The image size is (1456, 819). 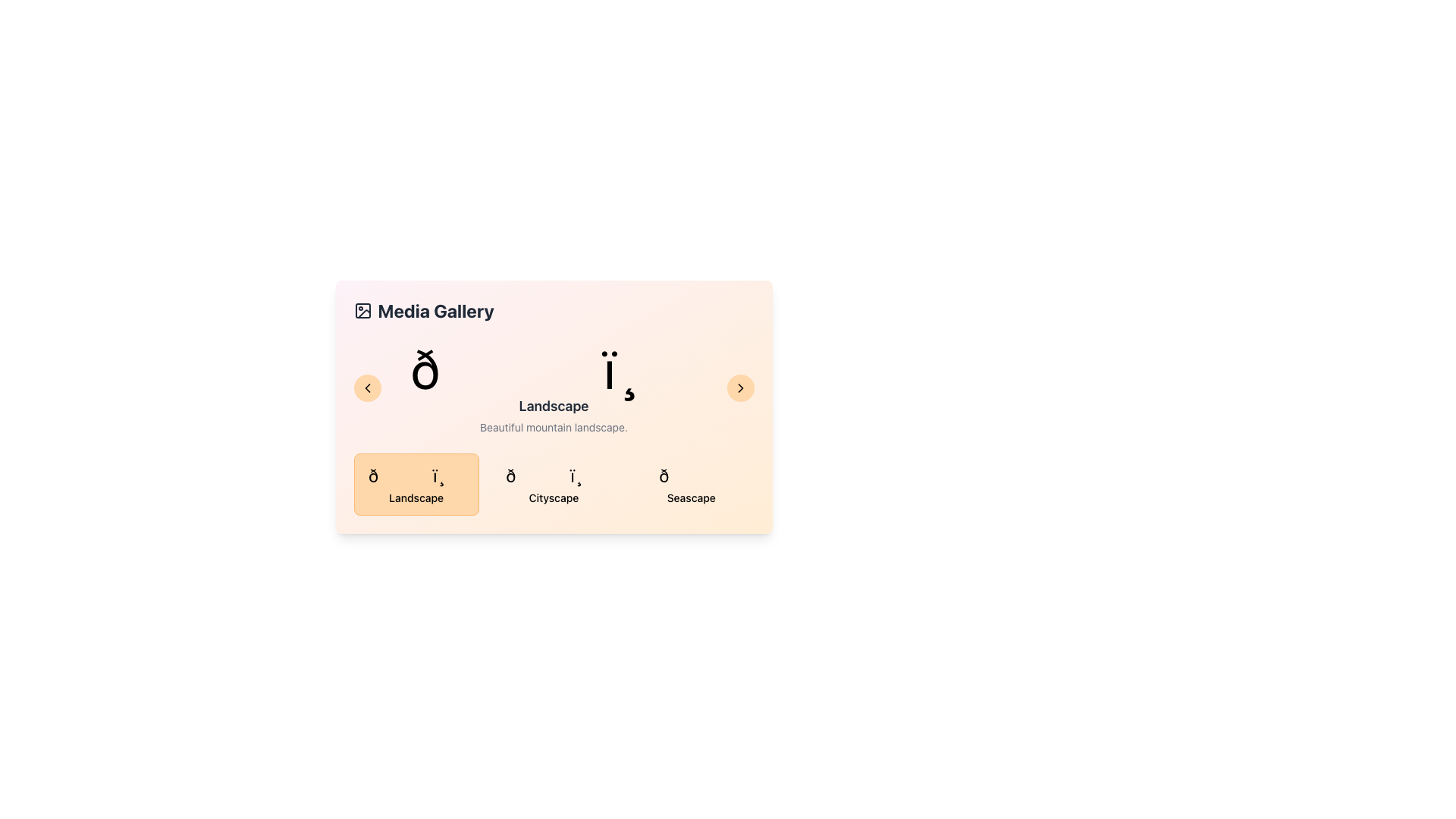 I want to click on the circular button containing the leftward-pointing chevron icon, which features an orange background that changes to a lighter shade upon hovering, so click(x=367, y=388).